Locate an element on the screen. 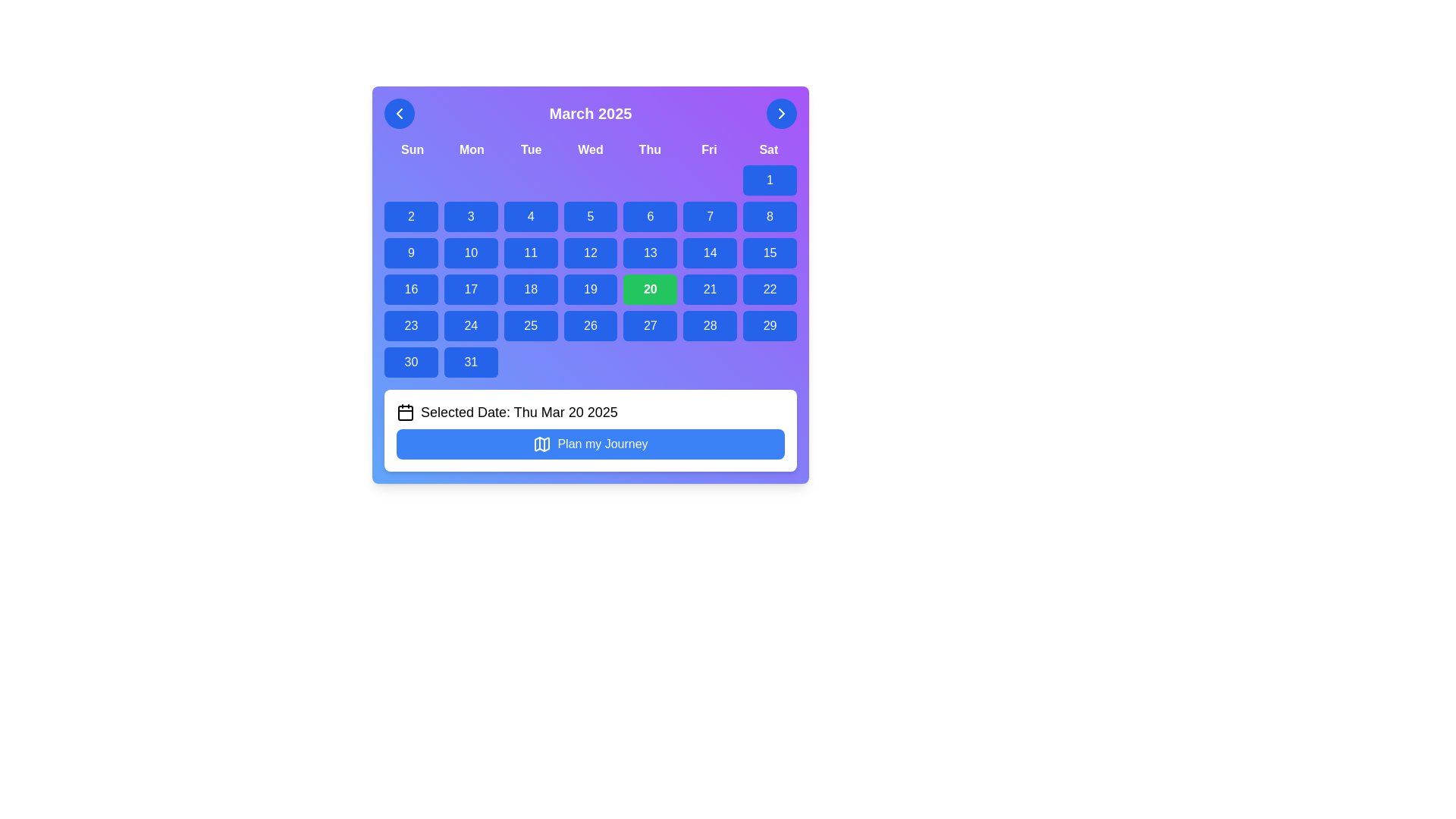 Image resolution: width=1456 pixels, height=819 pixels. the button that allows selection of the 7th day of the month, located in the second row and sixth column of the grid layout is located at coordinates (709, 216).